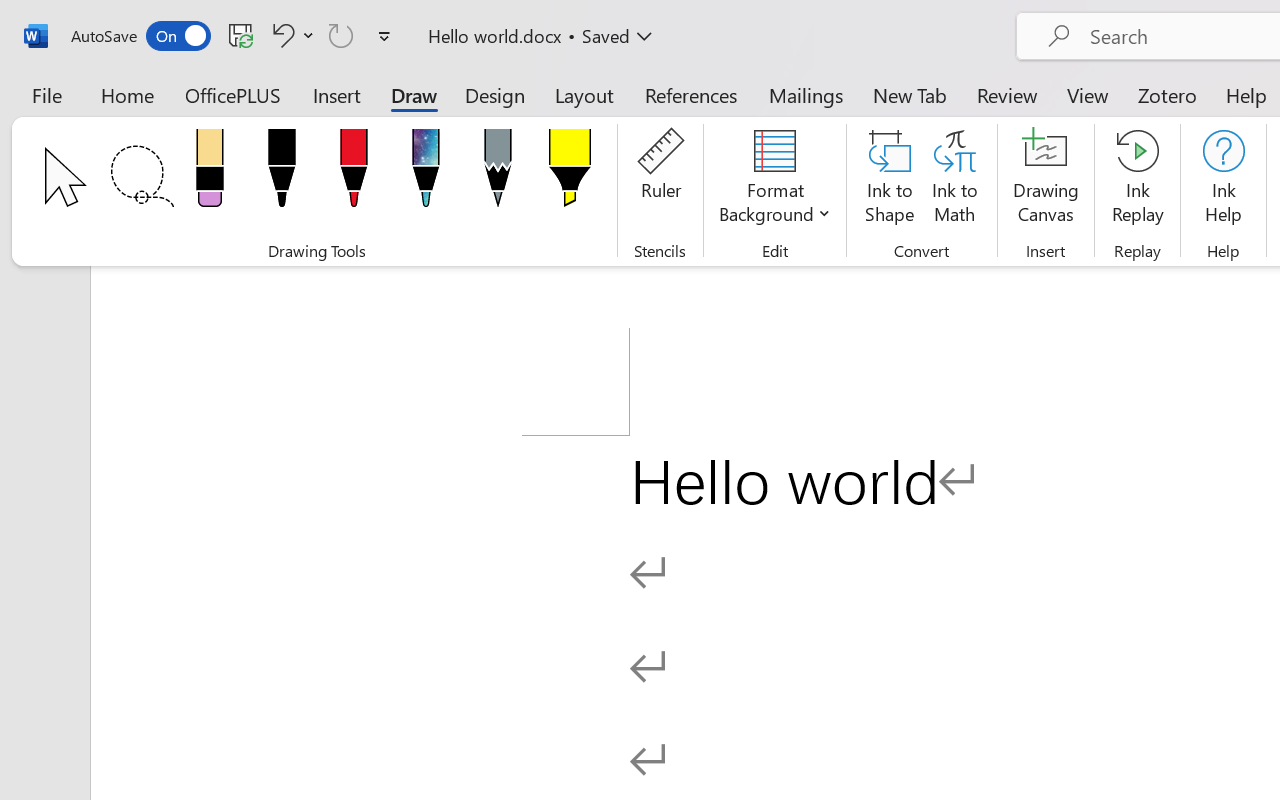 Image resolution: width=1280 pixels, height=800 pixels. What do you see at coordinates (1007, 94) in the screenshot?
I see `'Review'` at bounding box center [1007, 94].